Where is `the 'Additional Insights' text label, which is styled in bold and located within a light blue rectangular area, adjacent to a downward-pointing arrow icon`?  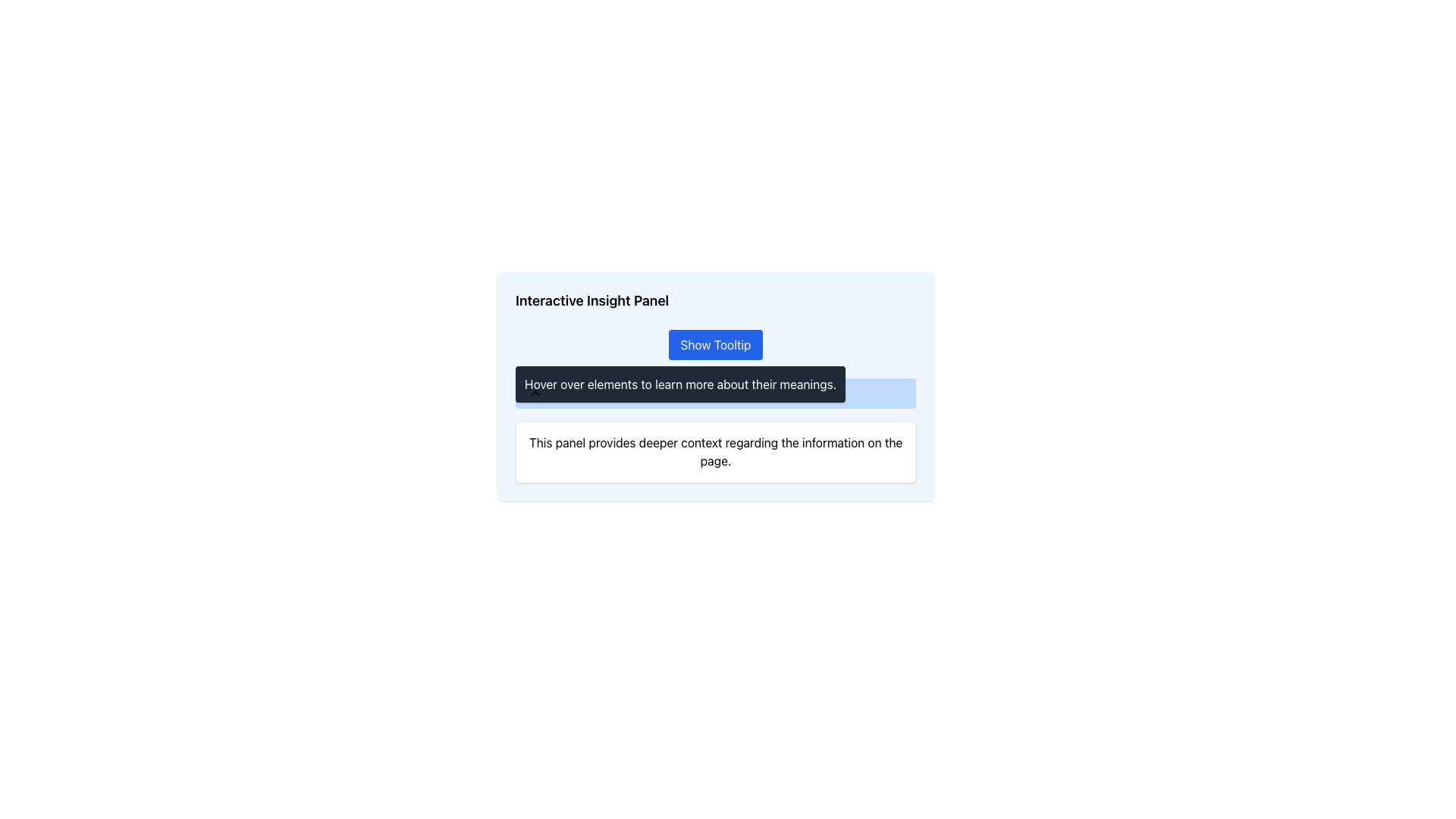 the 'Additional Insights' text label, which is styled in bold and located within a light blue rectangular area, adjacent to a downward-pointing arrow icon is located at coordinates (601, 393).